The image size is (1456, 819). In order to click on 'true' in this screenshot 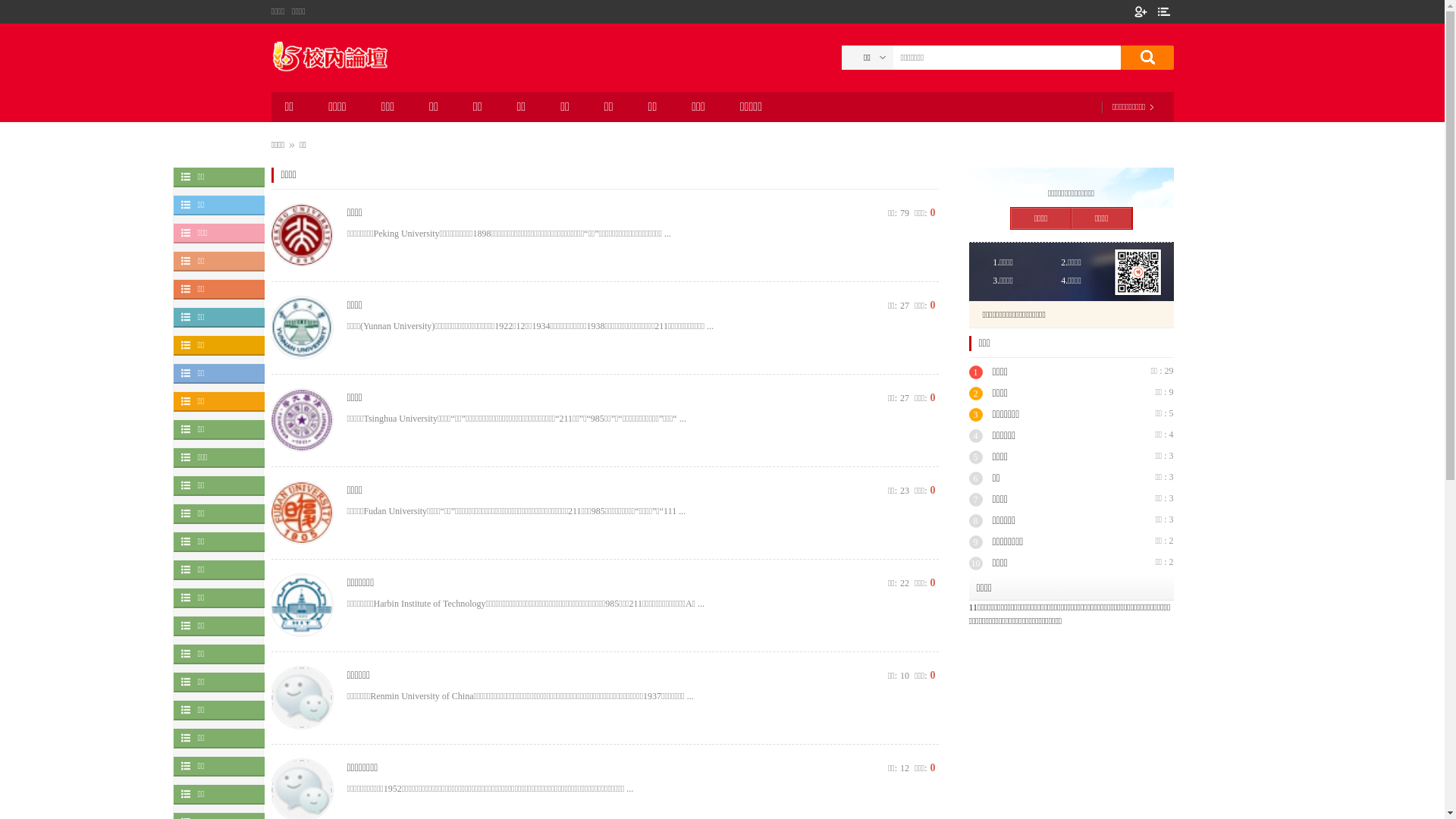, I will do `click(1147, 57)`.